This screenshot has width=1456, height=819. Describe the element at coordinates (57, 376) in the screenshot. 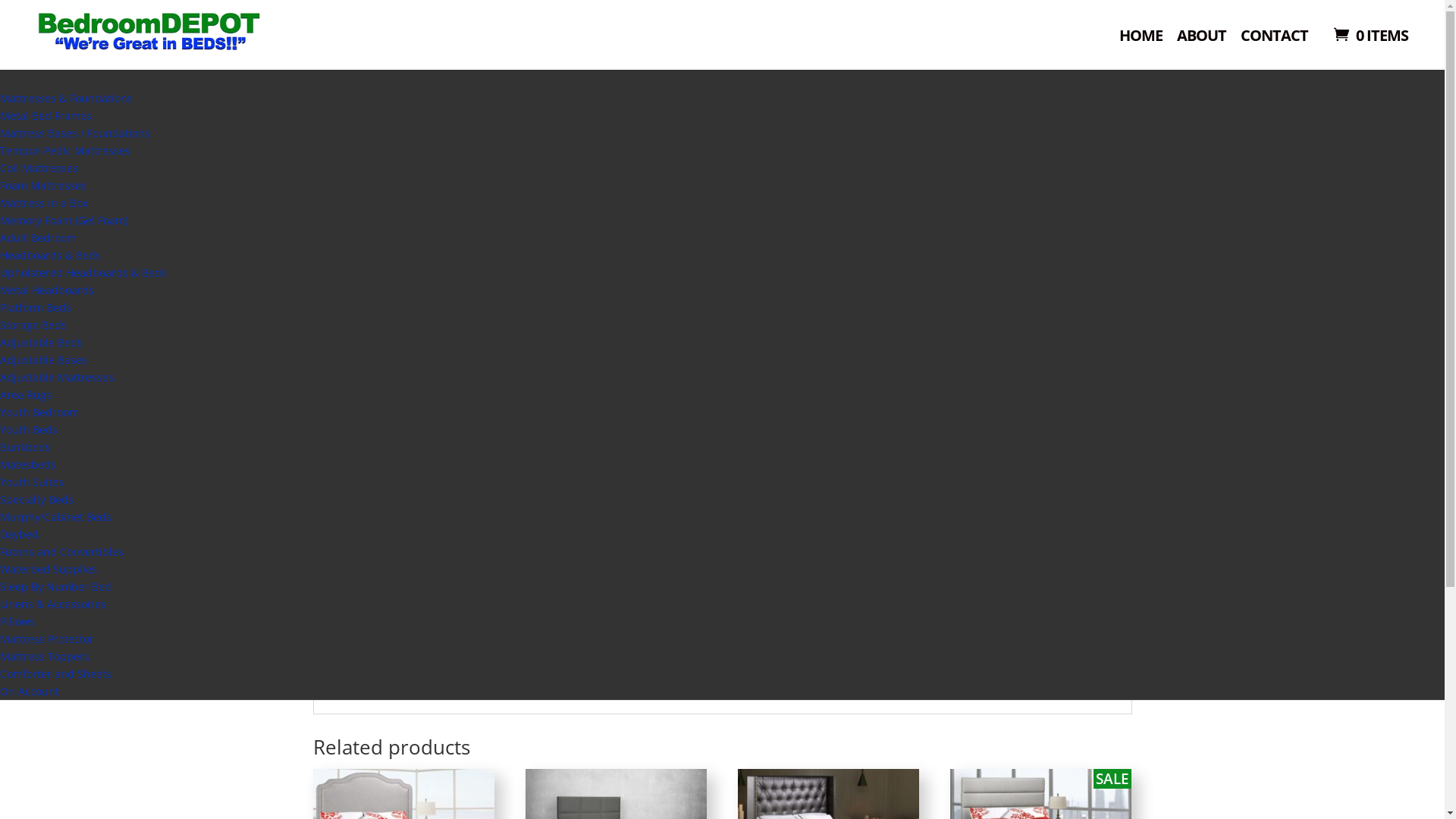

I see `'Adjustable Mattresses'` at that location.